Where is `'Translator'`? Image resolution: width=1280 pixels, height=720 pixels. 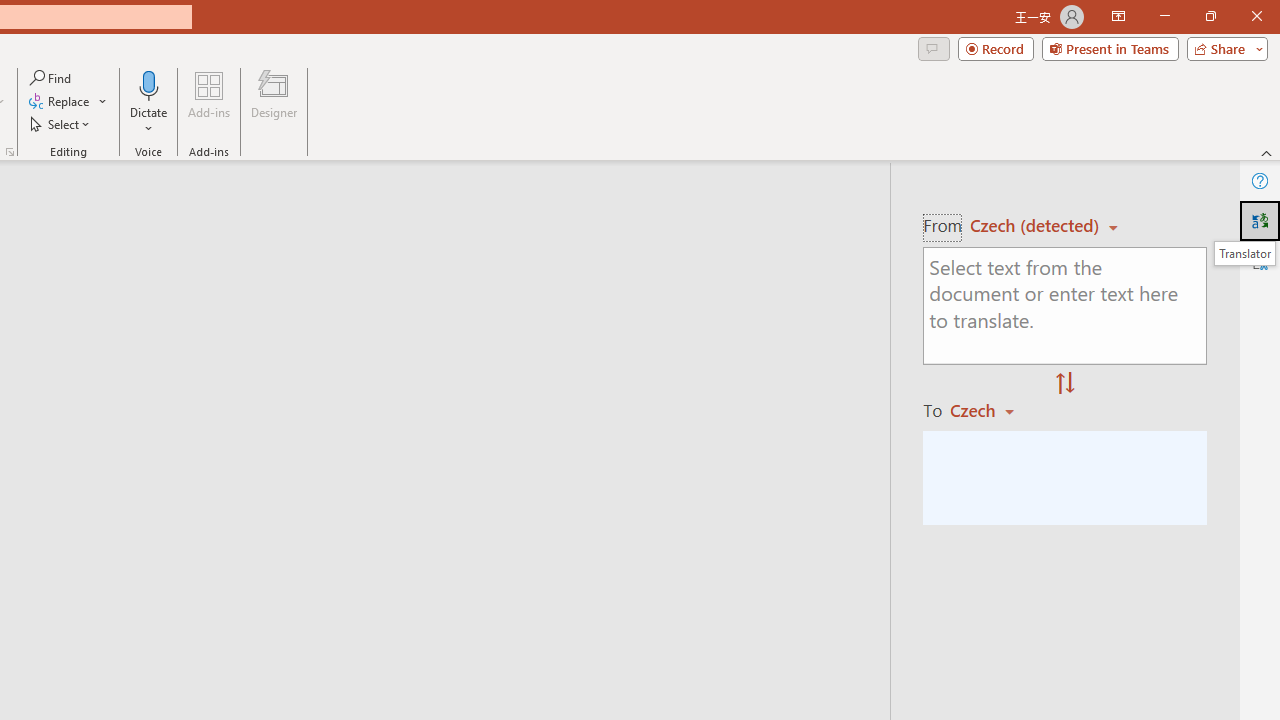 'Translator' is located at coordinates (1259, 221).